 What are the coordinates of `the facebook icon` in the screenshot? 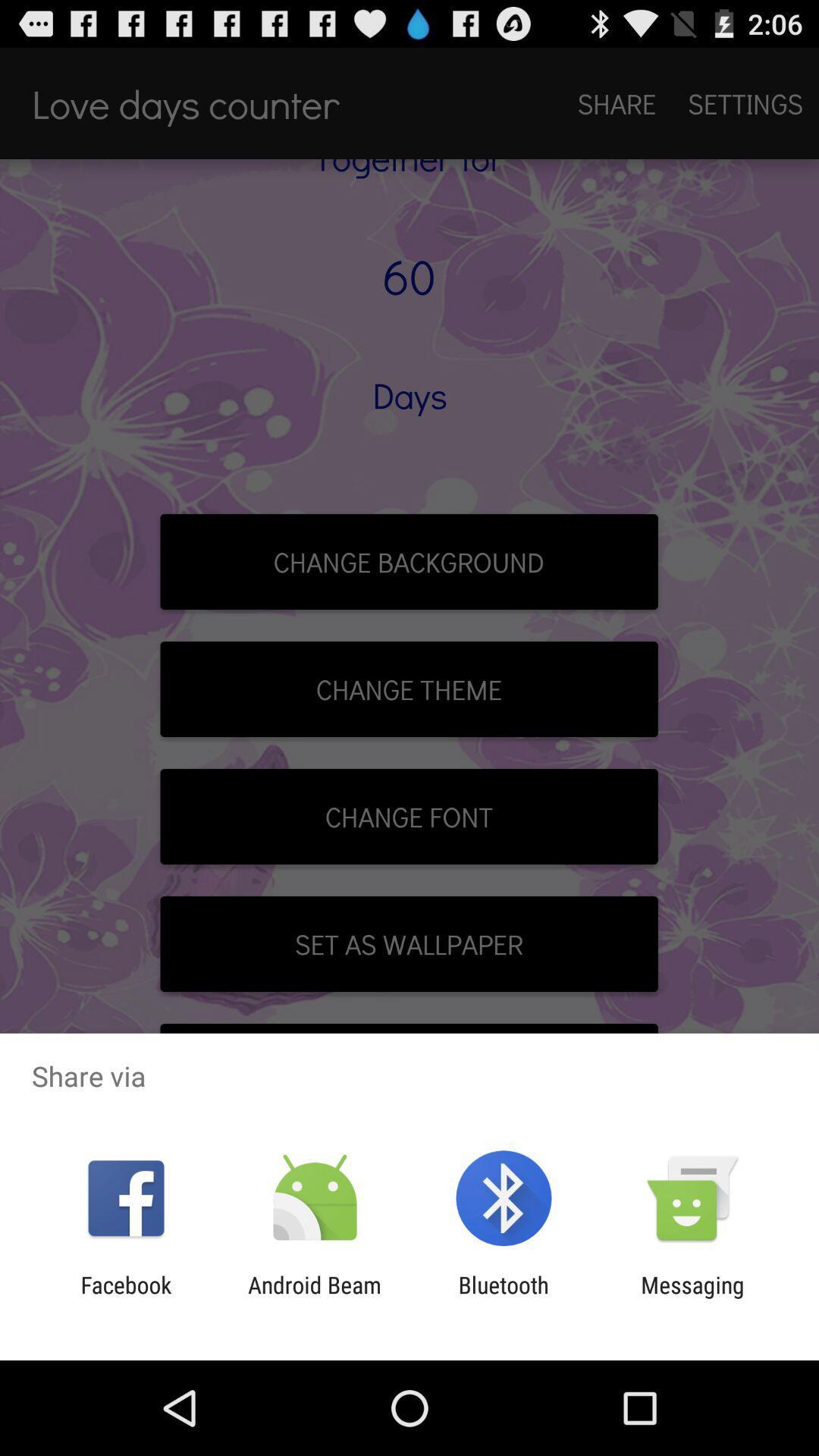 It's located at (125, 1298).